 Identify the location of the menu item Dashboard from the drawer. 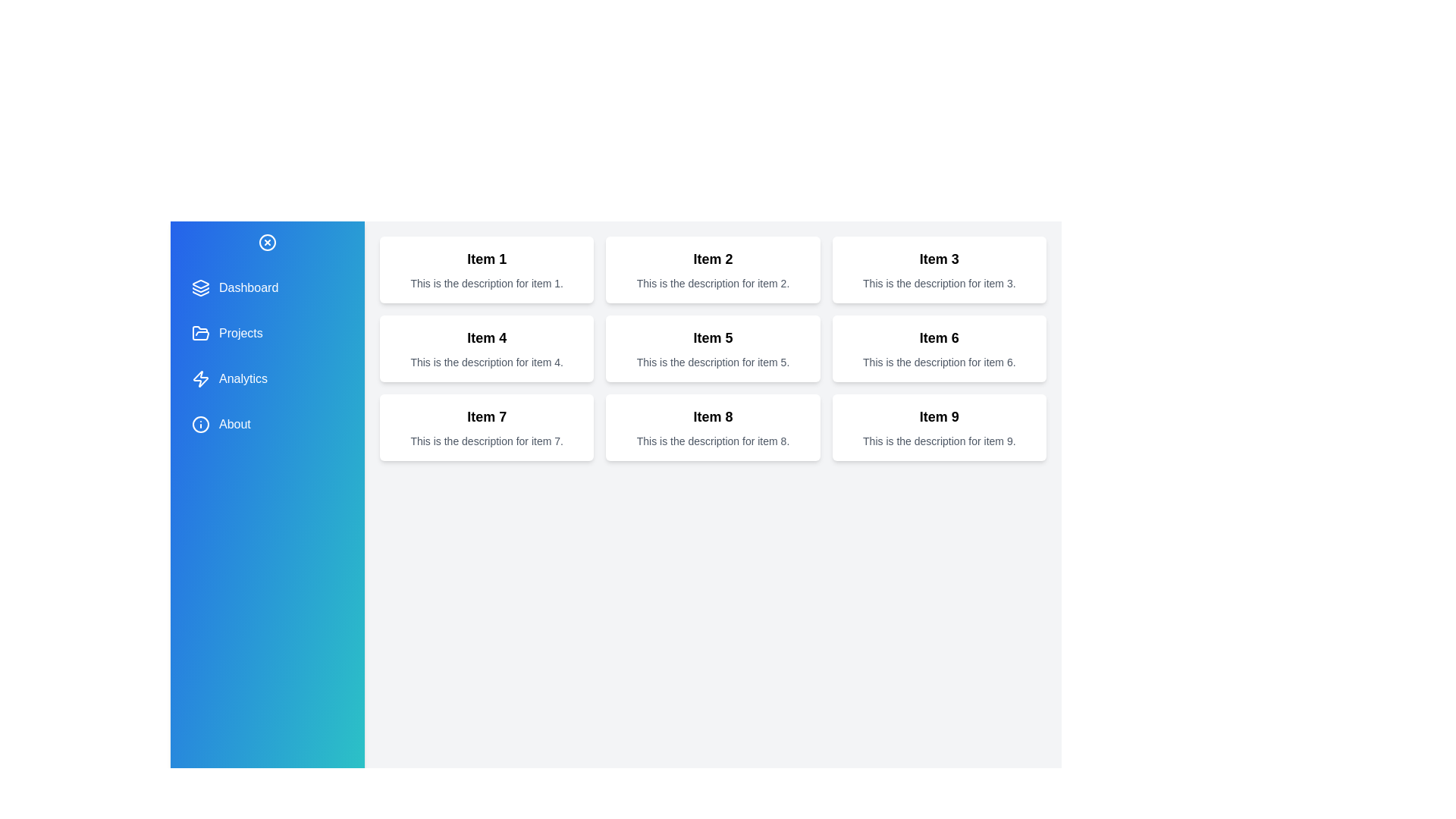
(268, 288).